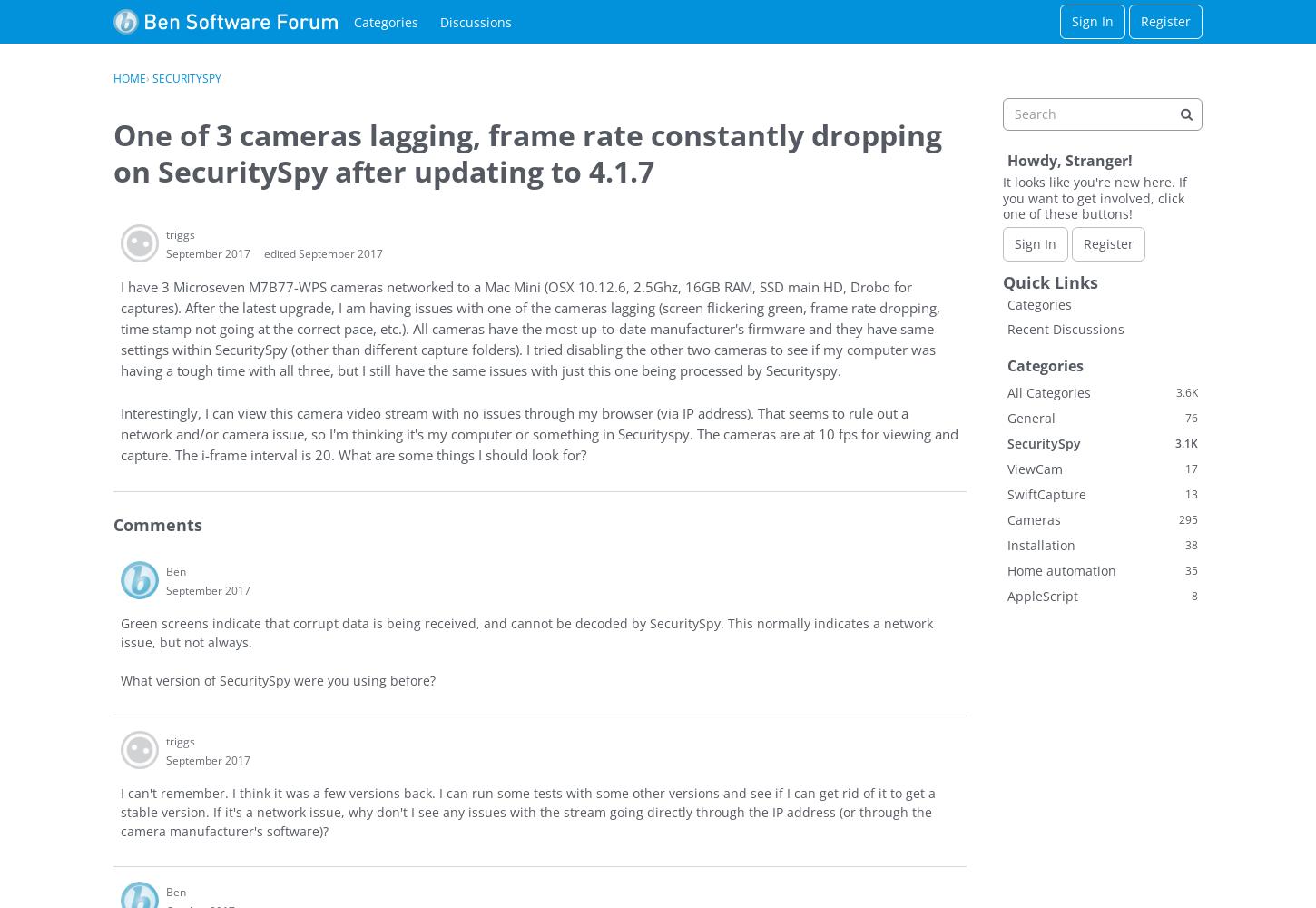 The width and height of the screenshot is (1316, 908). Describe the element at coordinates (1187, 392) in the screenshot. I see `'3.6K'` at that location.